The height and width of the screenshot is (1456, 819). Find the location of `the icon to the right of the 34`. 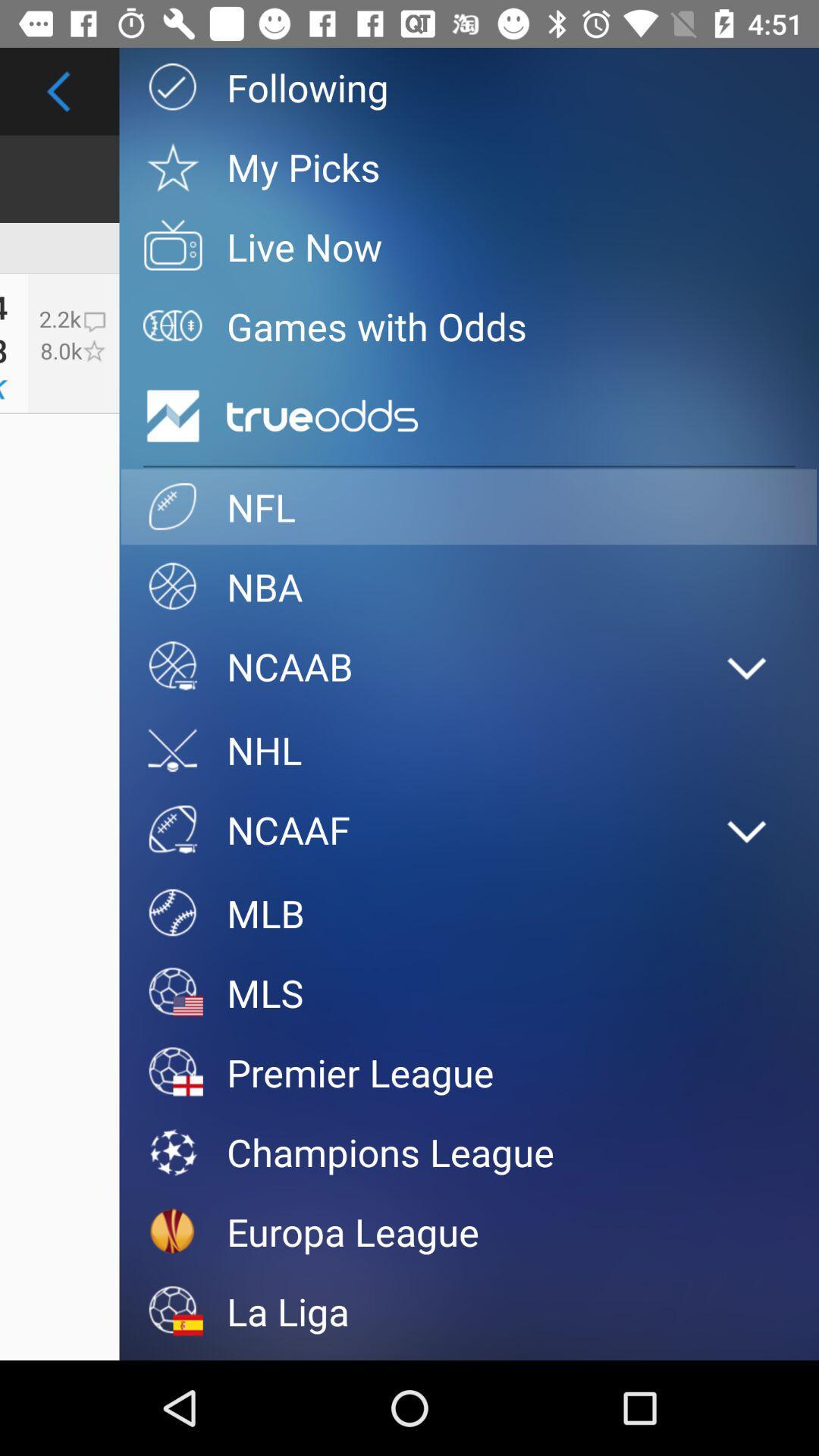

the icon to the right of the 34 is located at coordinates (74, 342).